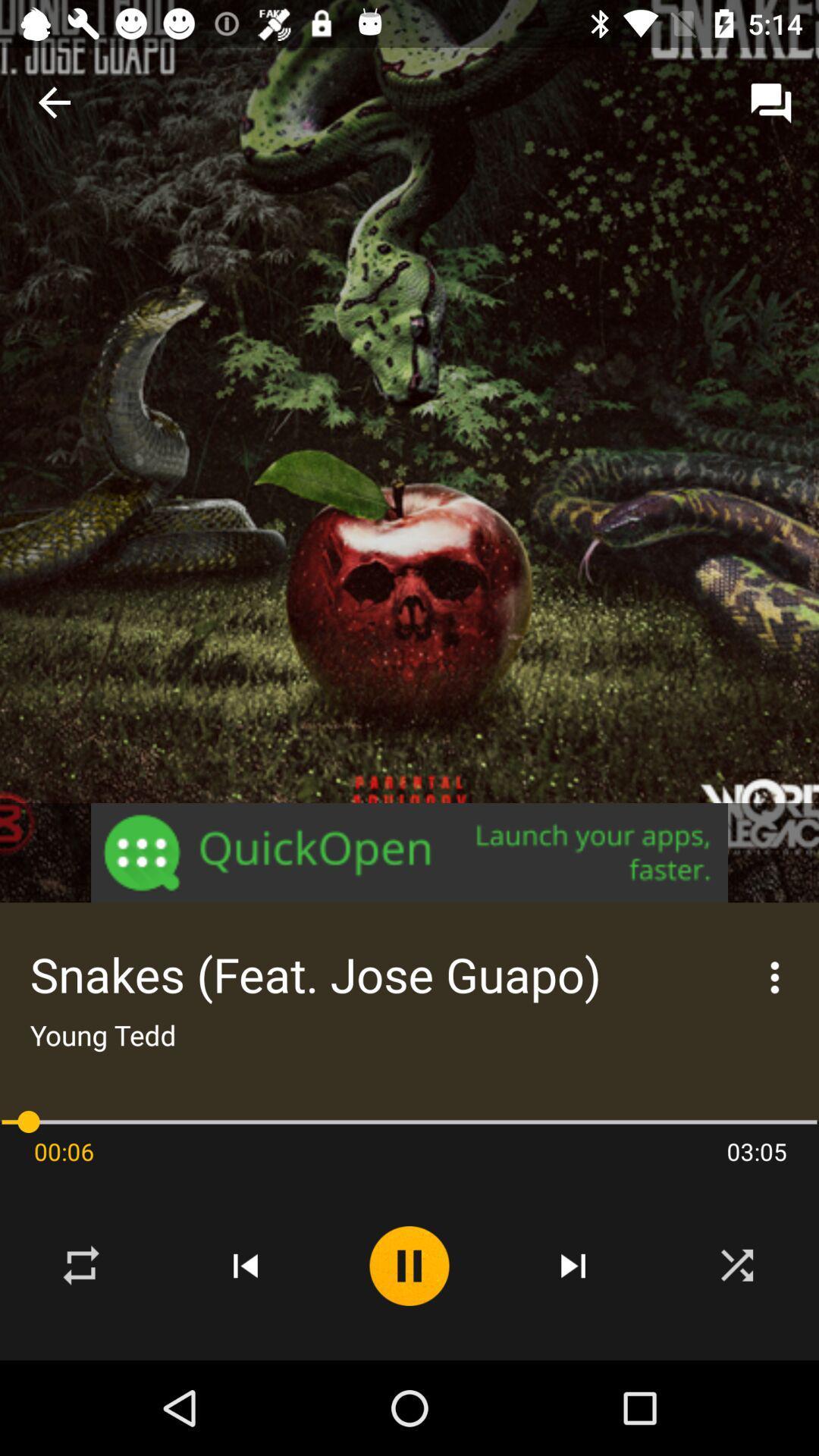 The width and height of the screenshot is (819, 1456). Describe the element at coordinates (102, 1034) in the screenshot. I see `the text which is immediately below snakes feat jose guapo` at that location.